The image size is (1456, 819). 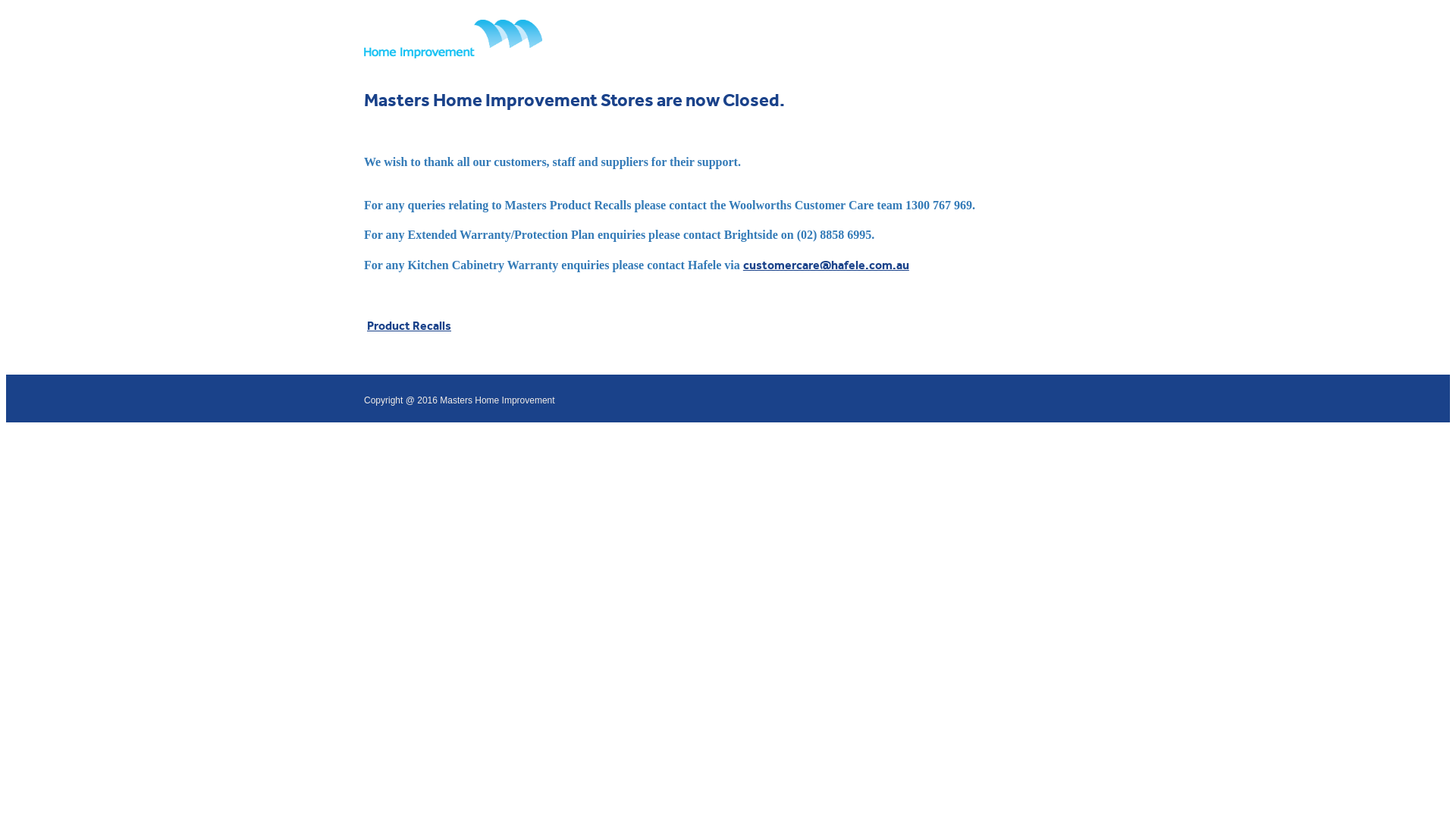 What do you see at coordinates (825, 264) in the screenshot?
I see `'customercare@hafele.com.au'` at bounding box center [825, 264].